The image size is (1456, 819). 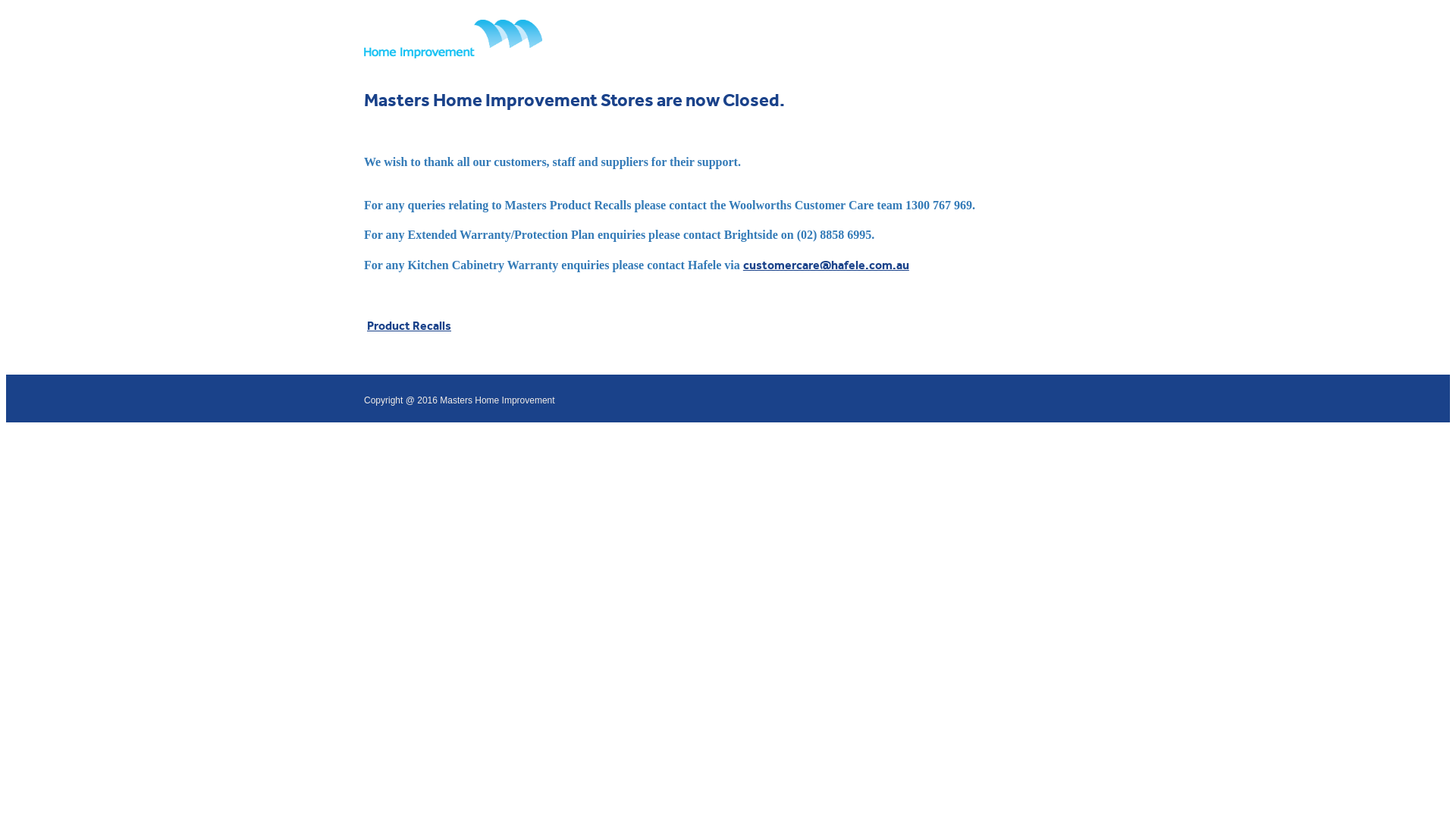 What do you see at coordinates (825, 264) in the screenshot?
I see `'customercare@hafele.com.au'` at bounding box center [825, 264].